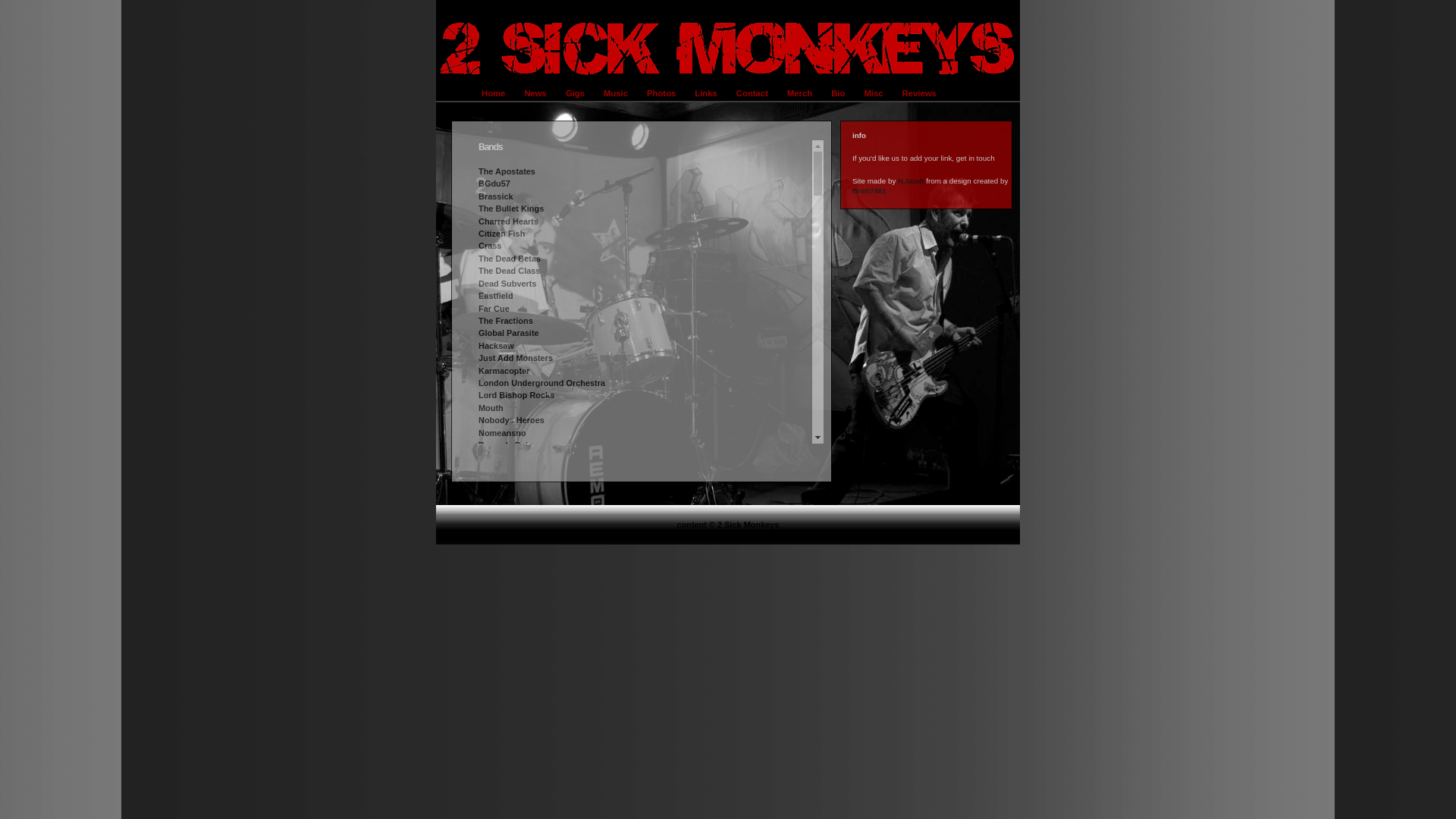  I want to click on 'Rockit Dolls', so click(502, 507).